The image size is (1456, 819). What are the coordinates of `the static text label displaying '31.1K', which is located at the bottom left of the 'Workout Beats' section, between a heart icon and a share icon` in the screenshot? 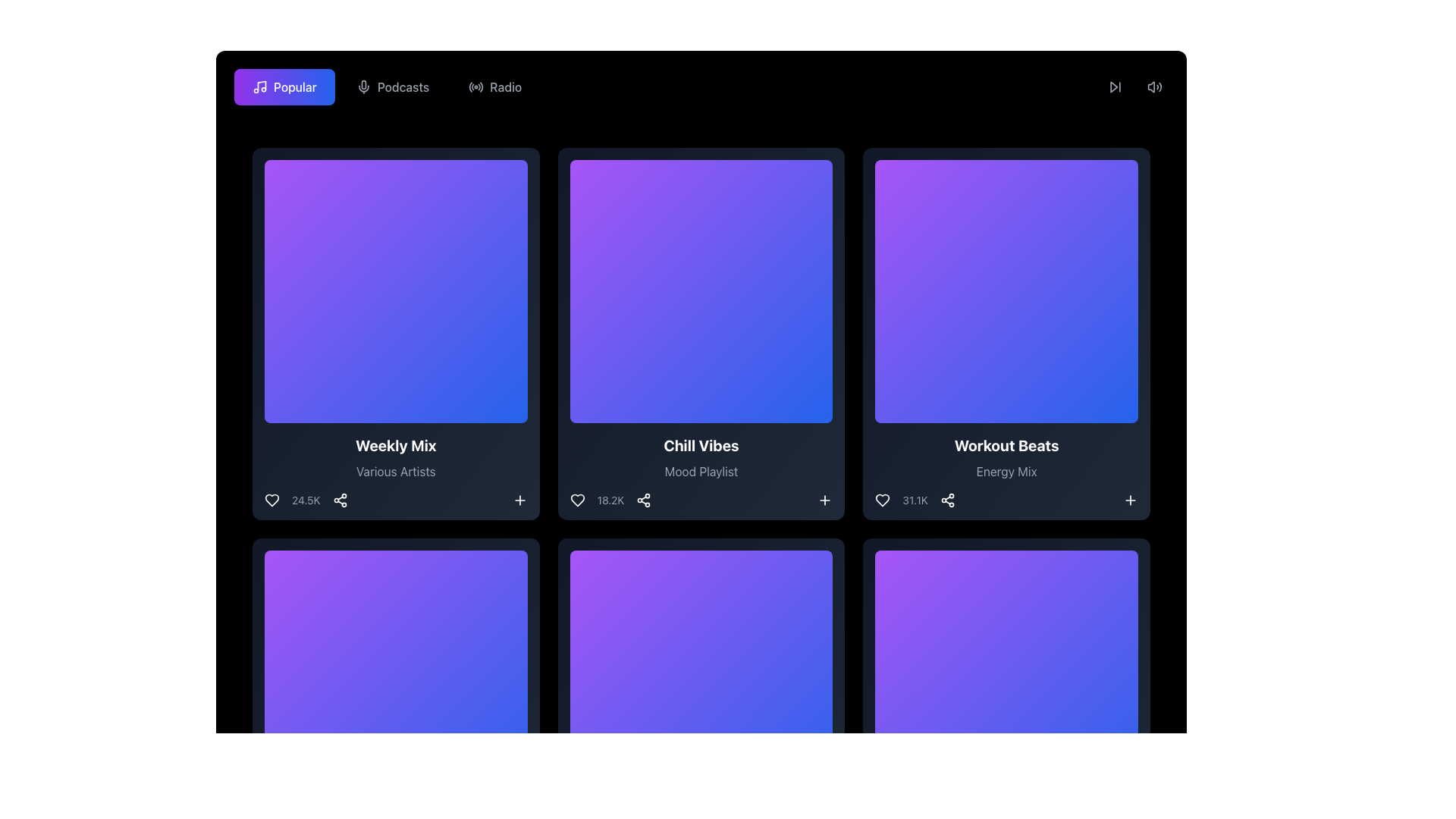 It's located at (915, 500).